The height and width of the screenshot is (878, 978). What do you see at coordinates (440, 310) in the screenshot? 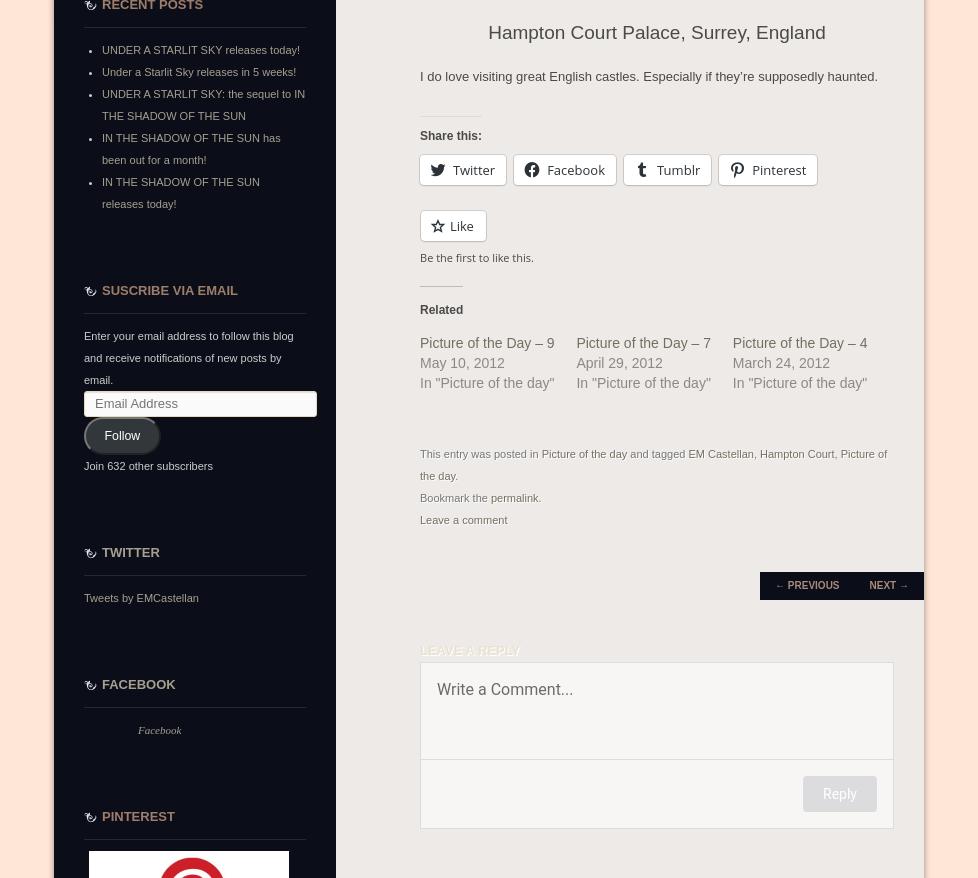
I see `'Related'` at bounding box center [440, 310].